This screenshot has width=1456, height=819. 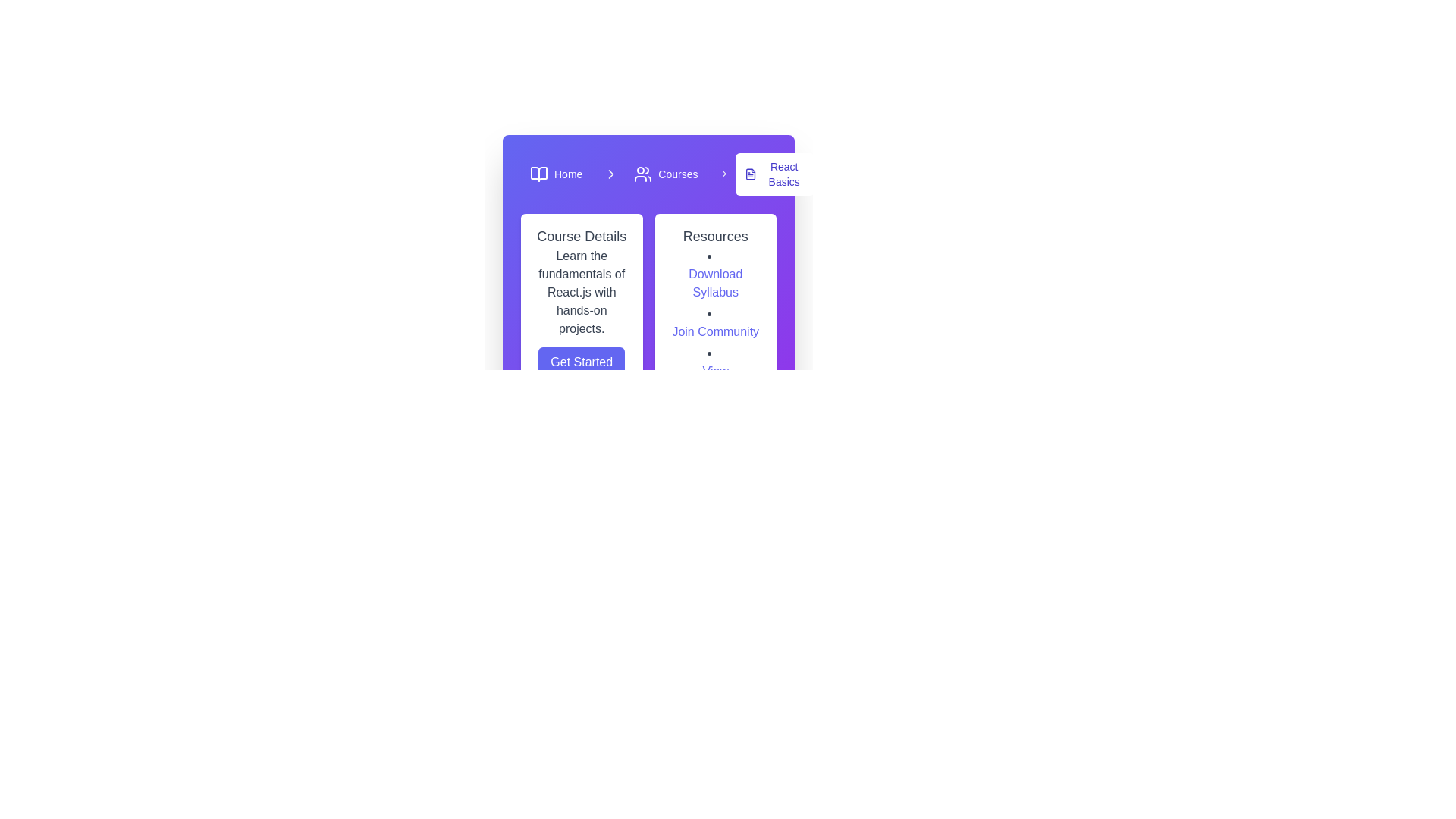 I want to click on the 'Home' text label displayed in white on a purple background, located in the top-left section of the navigation bar, so click(x=567, y=174).